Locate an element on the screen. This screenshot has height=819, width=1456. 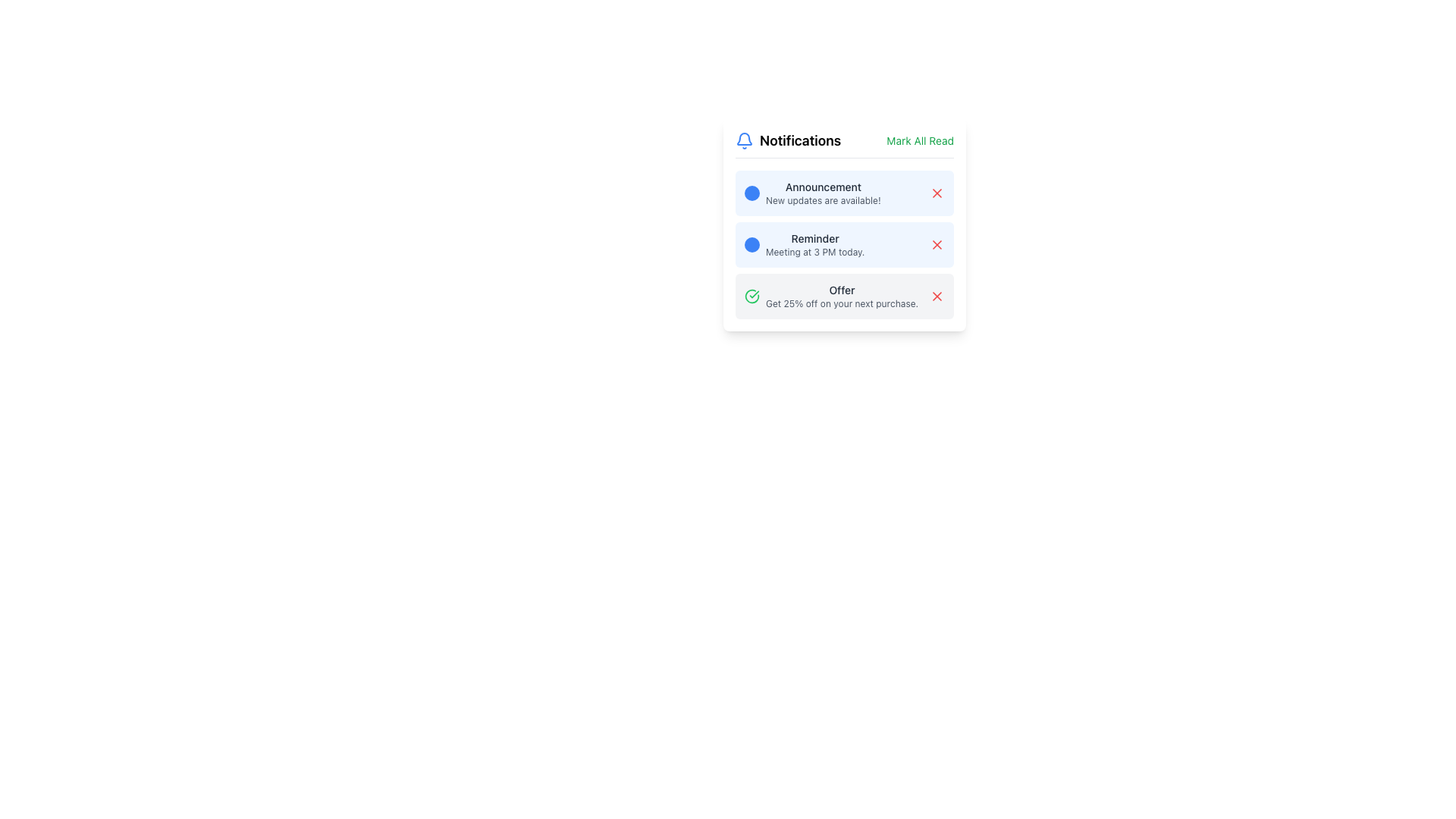
static text displaying 'Get 25% off on your next purchase.' located beneath the bolded text 'Offer' in the notification card is located at coordinates (841, 304).